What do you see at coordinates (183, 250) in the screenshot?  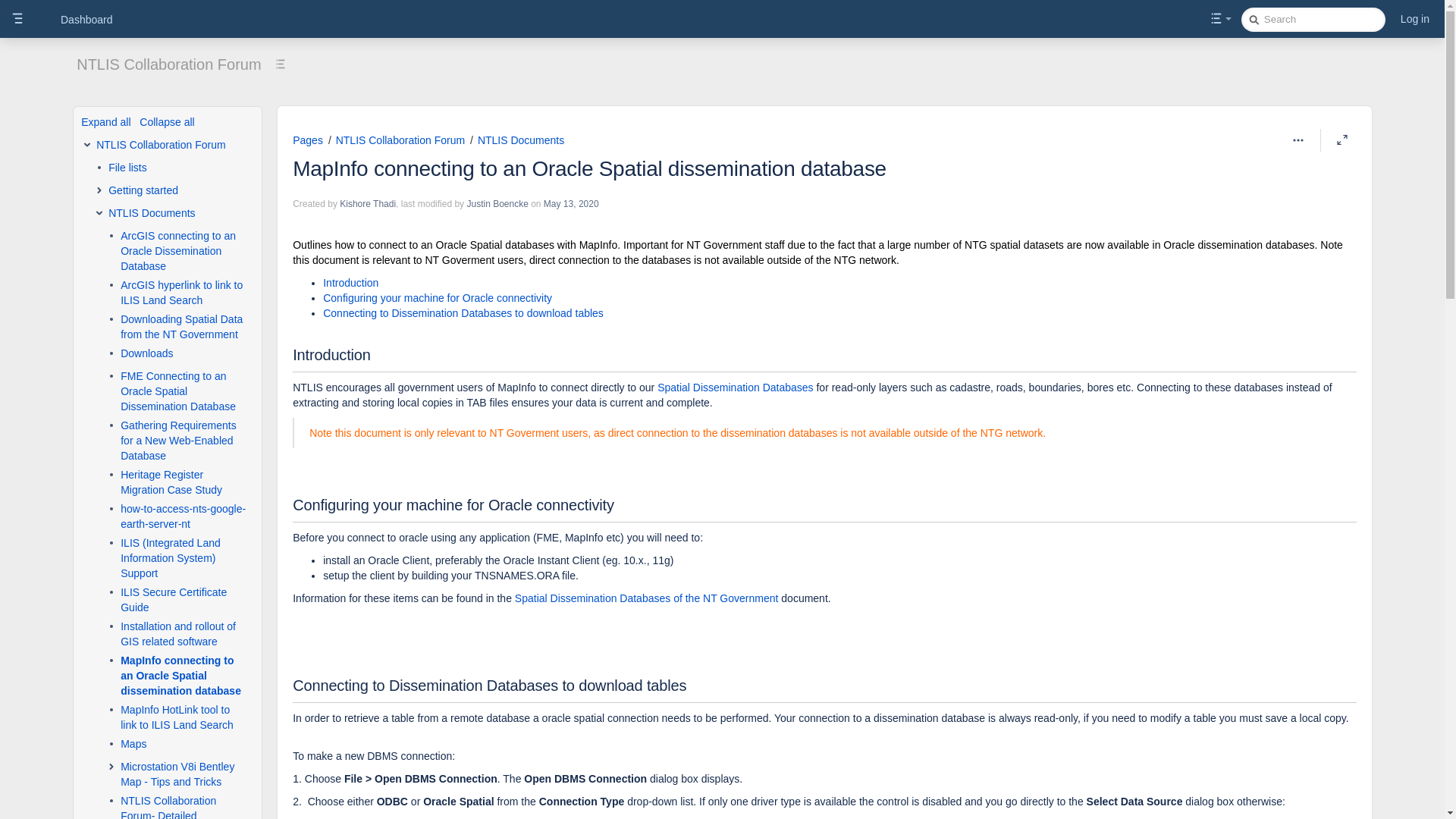 I see `'ArcGIS connecting to an Oracle Dissemination Database'` at bounding box center [183, 250].